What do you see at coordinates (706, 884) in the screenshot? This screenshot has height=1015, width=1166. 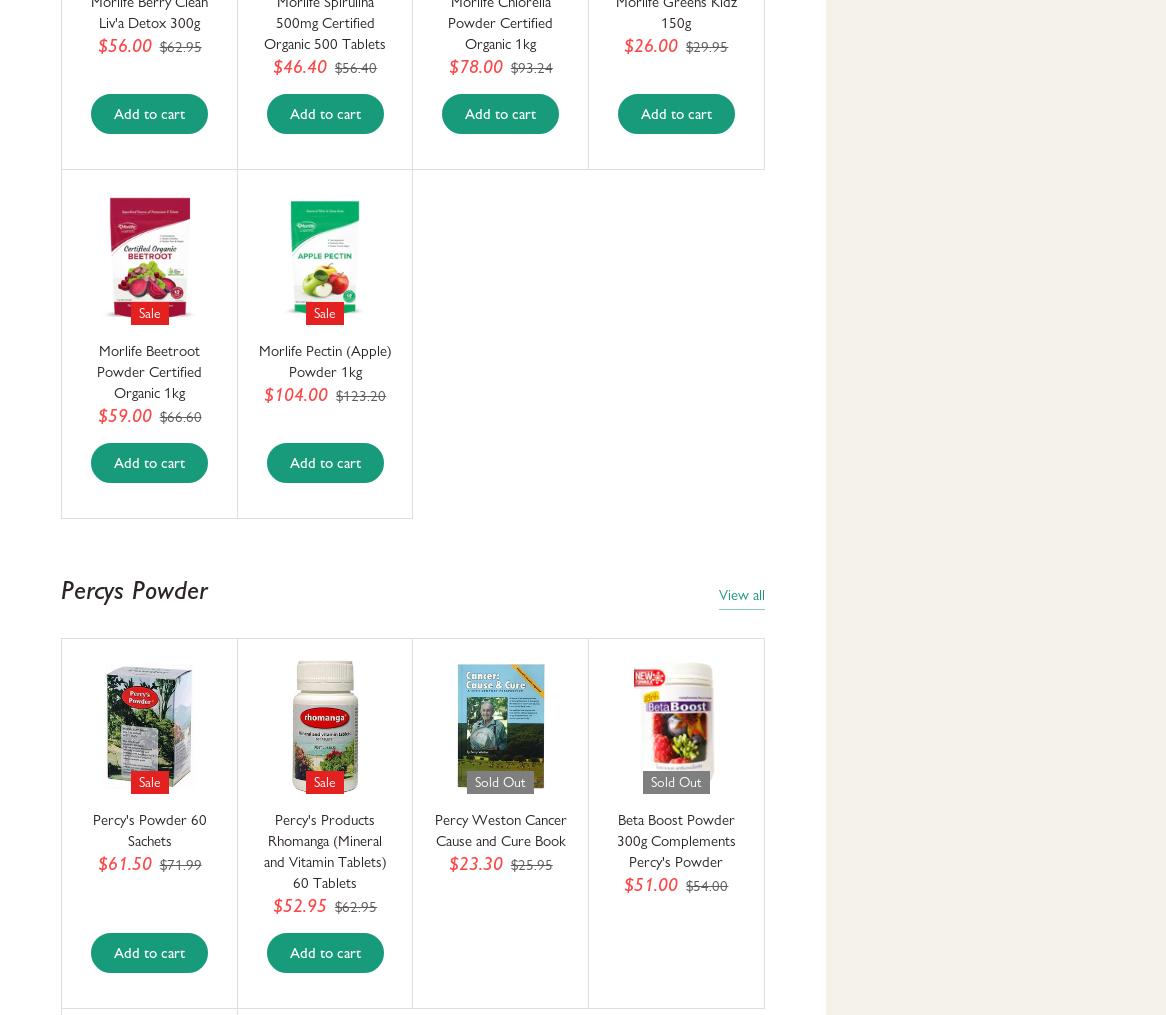 I see `'$54.00'` at bounding box center [706, 884].